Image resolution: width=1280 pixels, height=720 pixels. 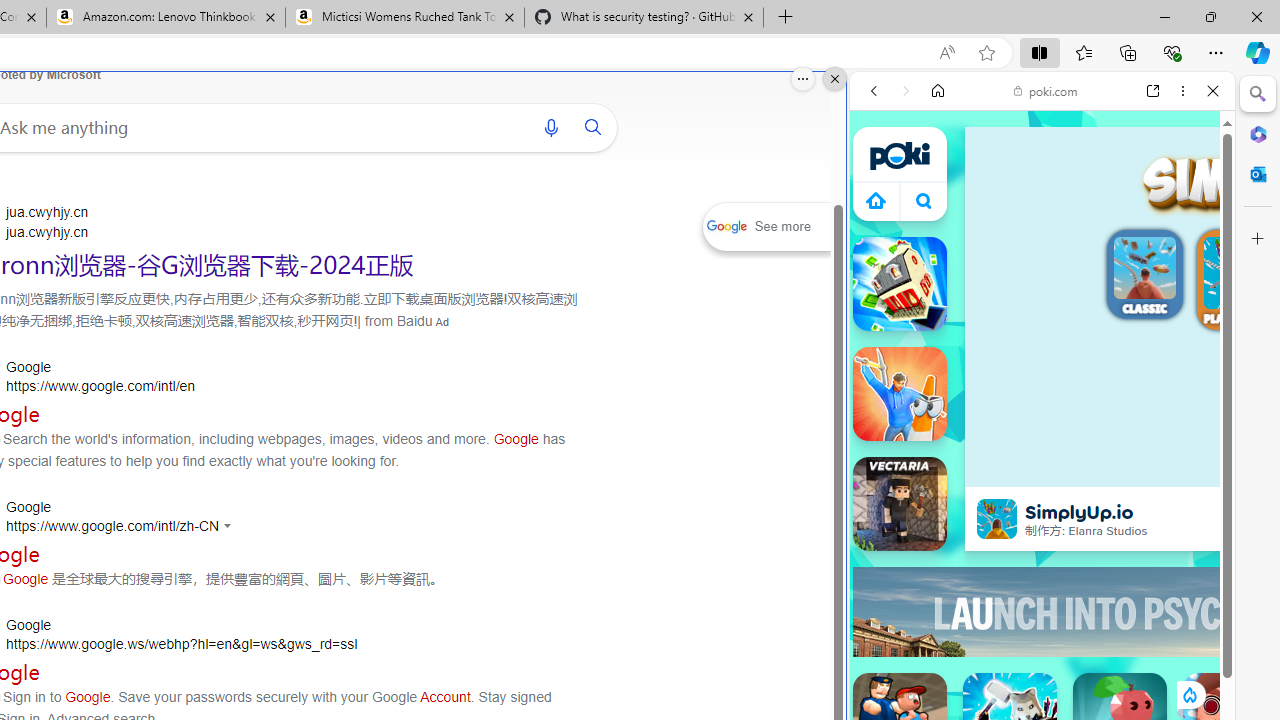 I want to click on 'Class: B_5ykBA46kDOxiz_R9wm', so click(x=923, y=200).